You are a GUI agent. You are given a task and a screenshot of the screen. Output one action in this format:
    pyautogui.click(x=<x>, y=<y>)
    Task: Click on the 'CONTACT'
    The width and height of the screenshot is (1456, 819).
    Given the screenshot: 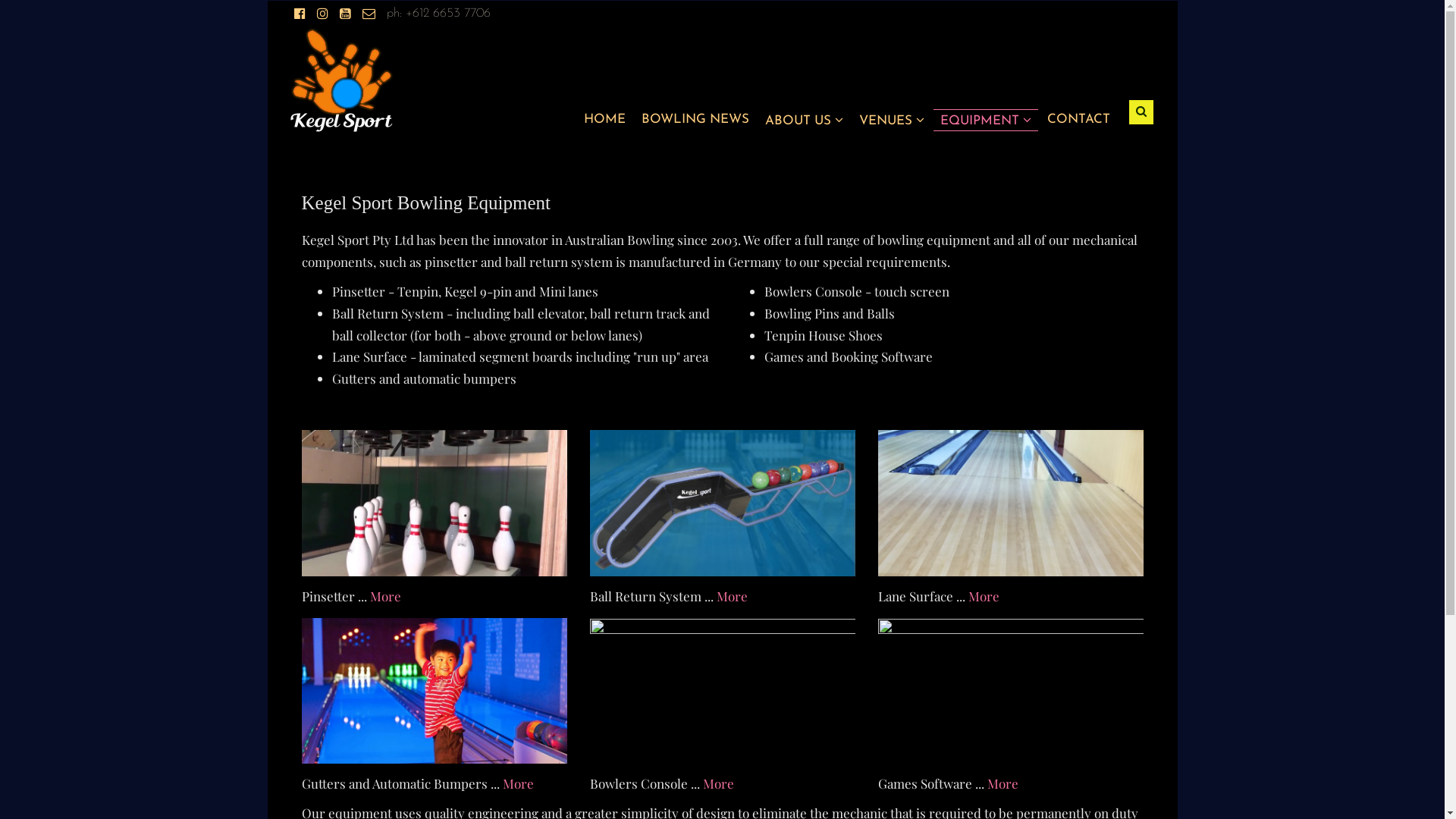 What is the action you would take?
    pyautogui.click(x=1077, y=118)
    